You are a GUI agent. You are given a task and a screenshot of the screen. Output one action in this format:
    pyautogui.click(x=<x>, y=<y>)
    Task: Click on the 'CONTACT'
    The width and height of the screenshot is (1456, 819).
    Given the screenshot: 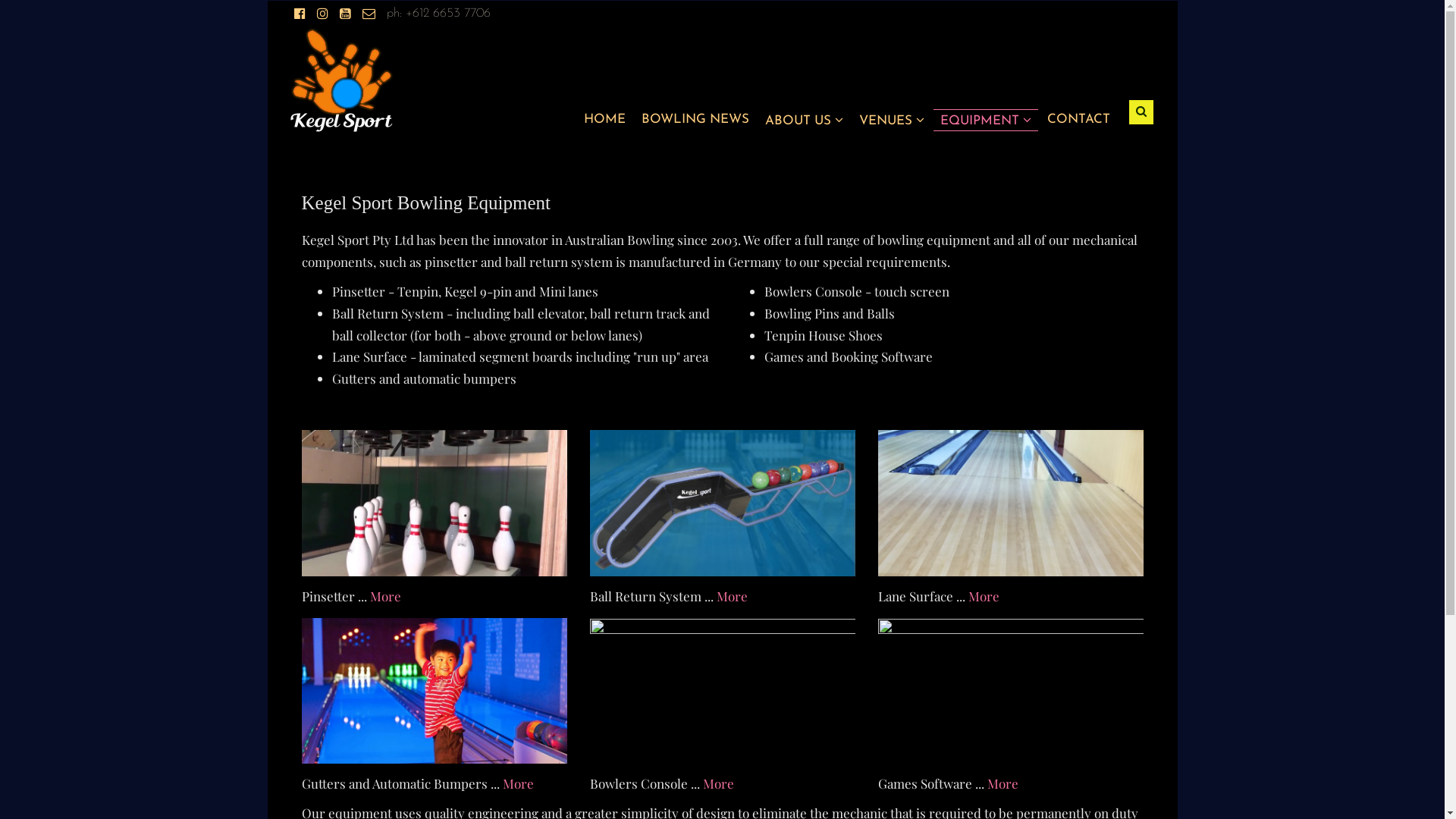 What is the action you would take?
    pyautogui.click(x=1077, y=118)
    